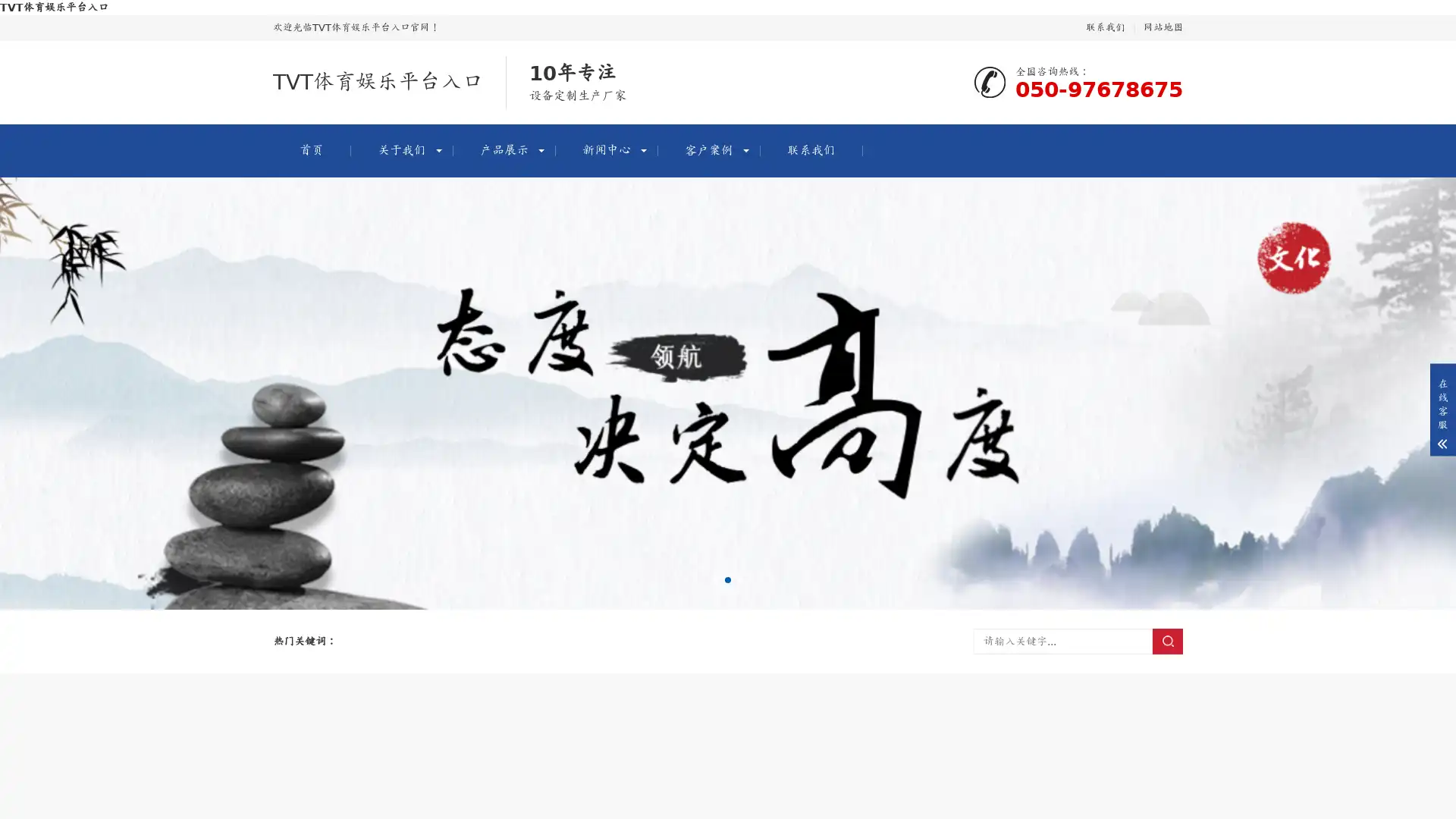 The height and width of the screenshot is (819, 1456). I want to click on Go to slide 3, so click(739, 579).